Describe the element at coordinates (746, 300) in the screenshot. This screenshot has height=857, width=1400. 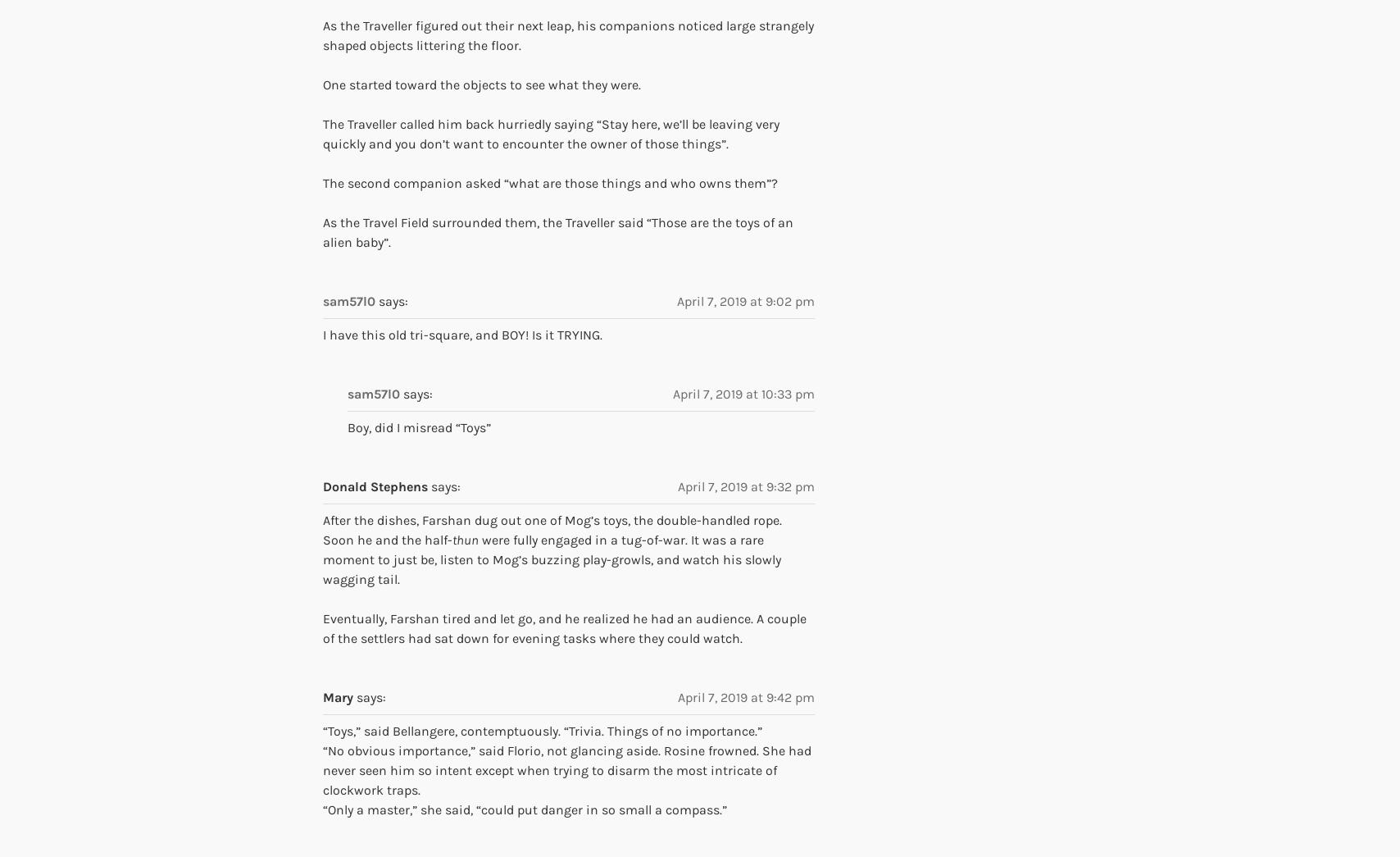
I see `'April 7, 2019 at 9:02 pm'` at that location.